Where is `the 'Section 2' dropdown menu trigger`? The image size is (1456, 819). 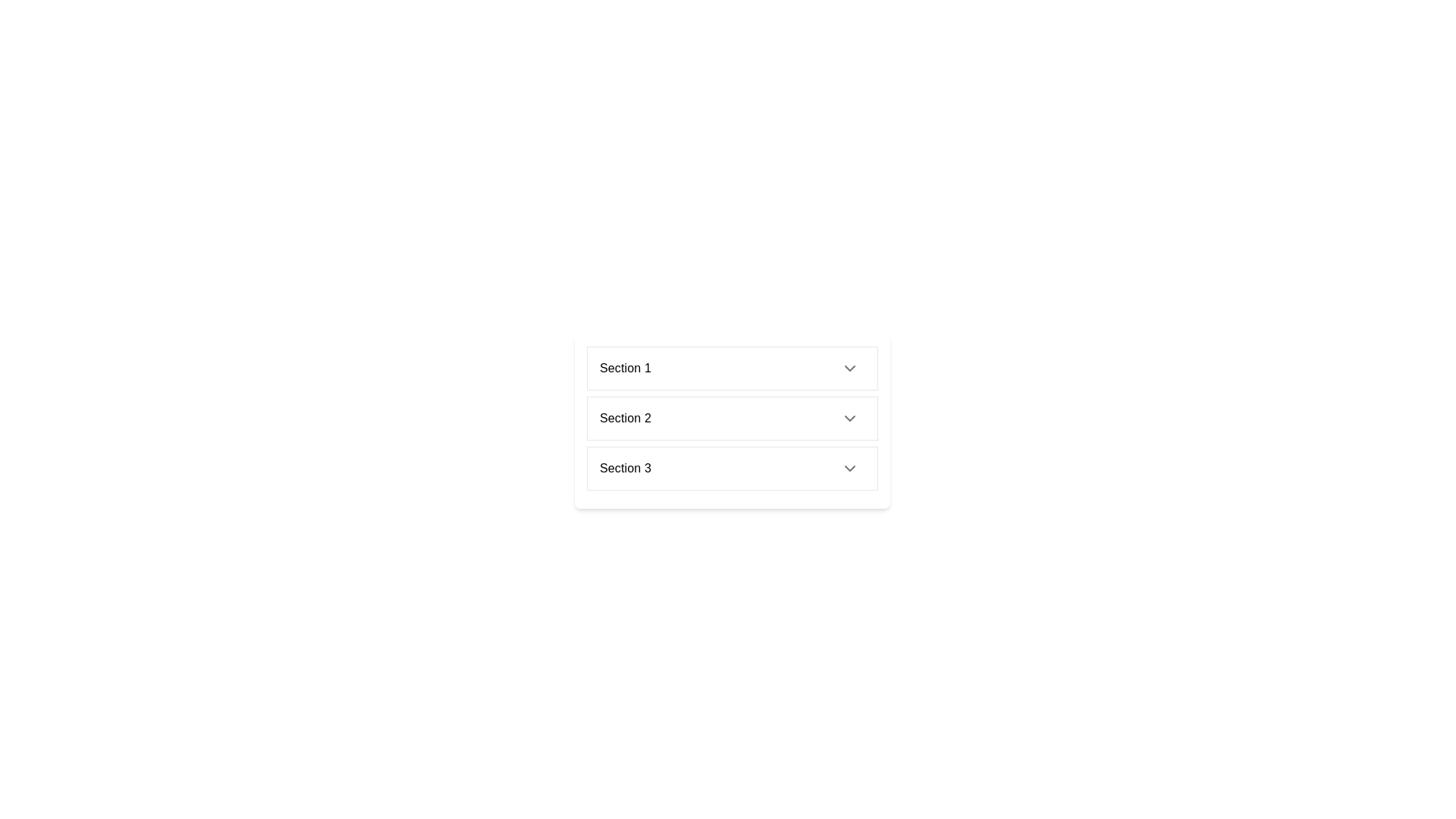
the 'Section 2' dropdown menu trigger is located at coordinates (732, 415).